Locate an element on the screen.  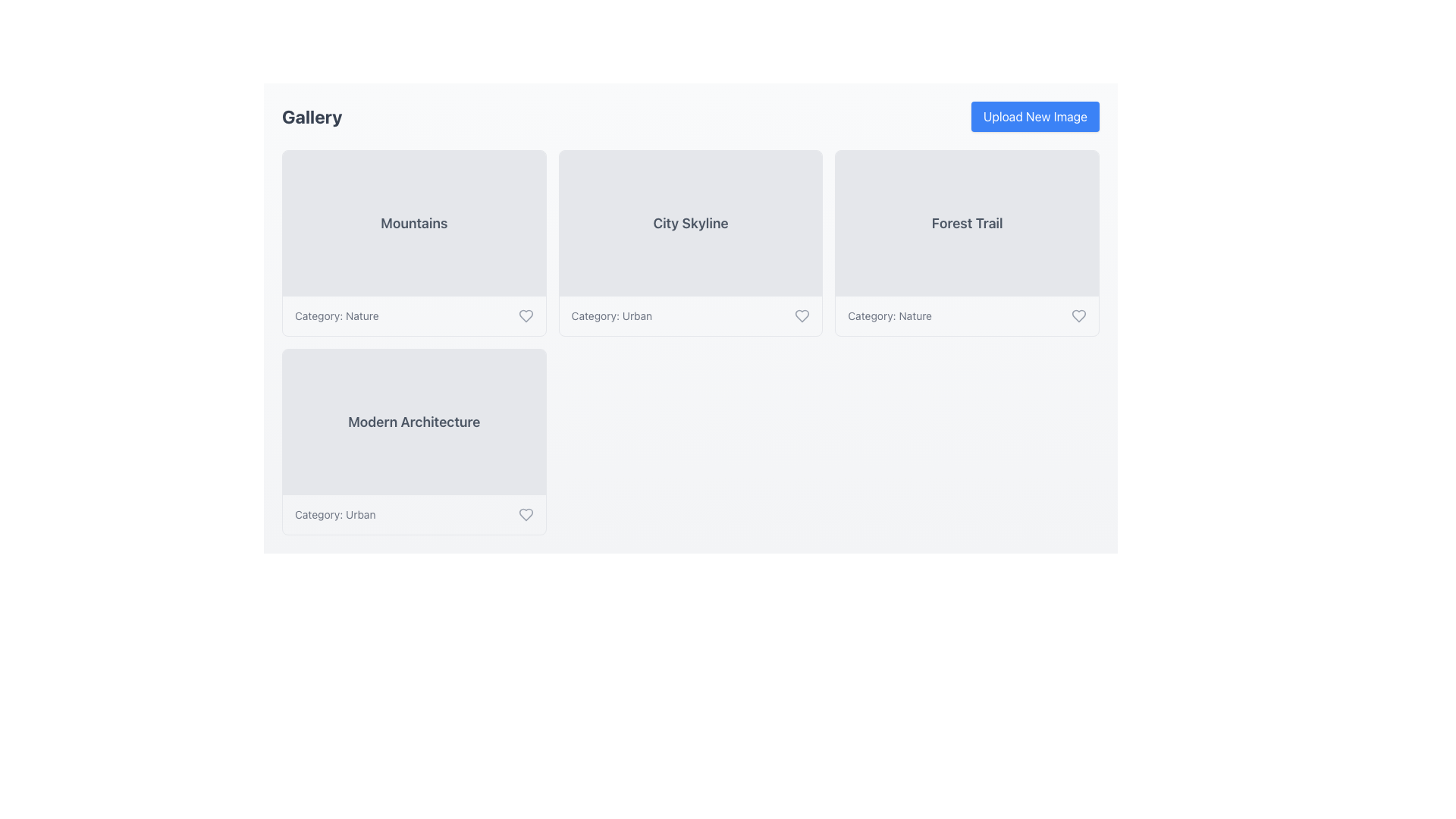
the text label that serves as a descriptive title for the card, located centrally within the card in the second column of the first row in a grid layout is located at coordinates (690, 223).